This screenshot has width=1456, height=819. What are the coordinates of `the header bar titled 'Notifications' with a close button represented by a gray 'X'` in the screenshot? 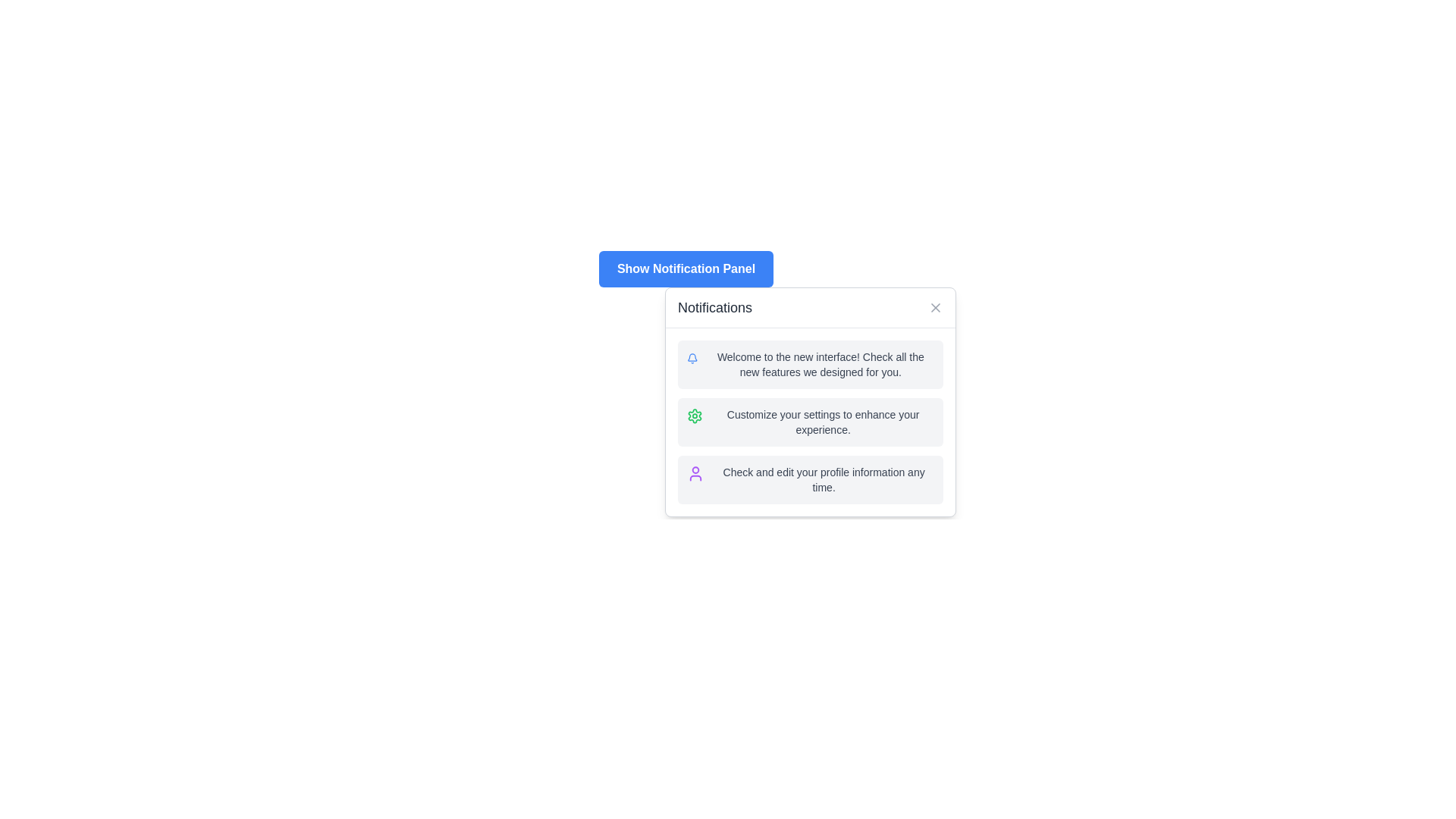 It's located at (810, 307).